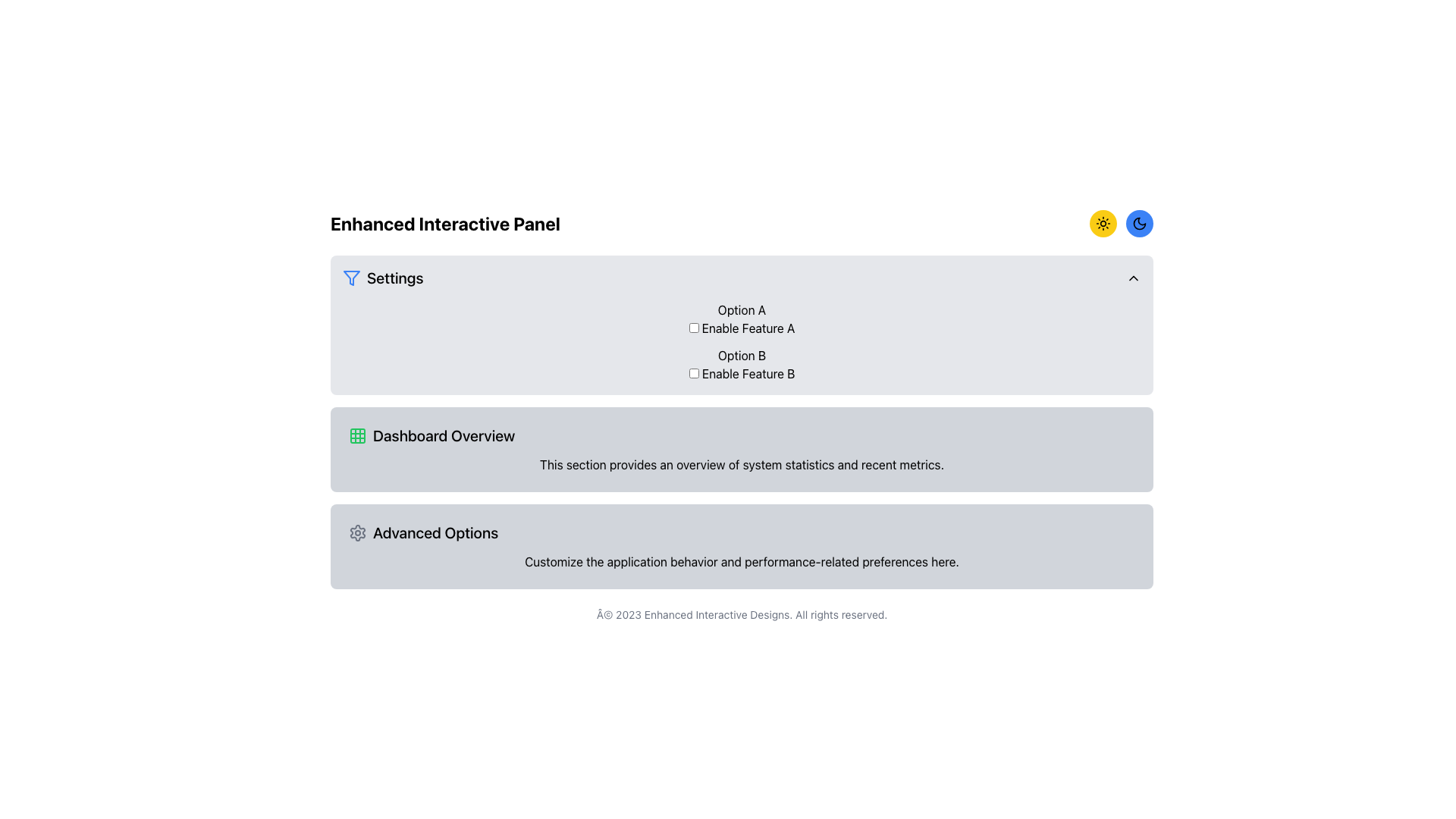 This screenshot has height=819, width=1456. Describe the element at coordinates (742, 464) in the screenshot. I see `the Text Label that provides an informative description about the 'Dashboard Overview' section, located beneath the title text in the lower half of the section` at that location.